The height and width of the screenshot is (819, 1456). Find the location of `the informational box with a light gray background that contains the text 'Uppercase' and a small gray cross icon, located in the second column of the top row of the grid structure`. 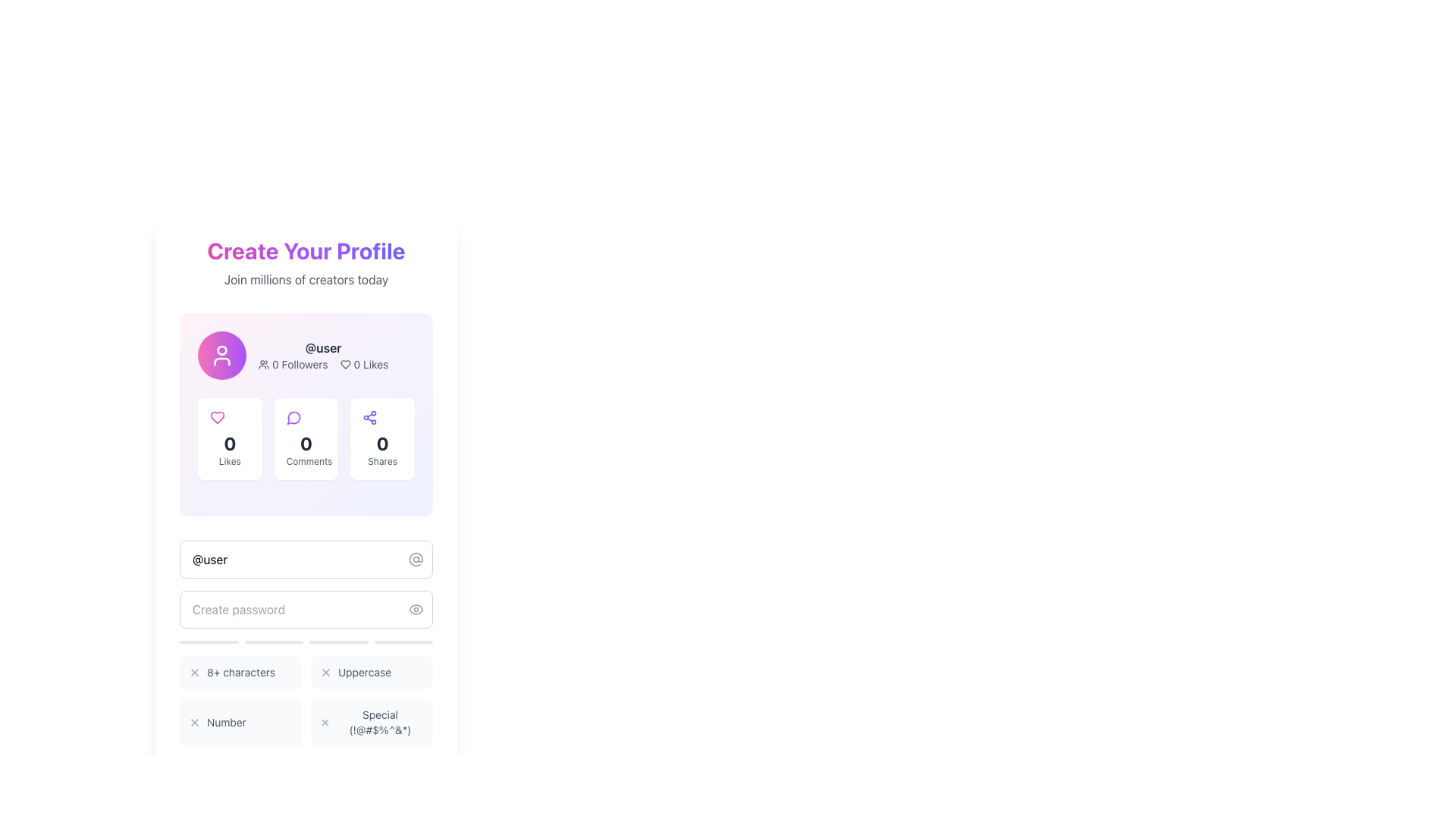

the informational box with a light gray background that contains the text 'Uppercase' and a small gray cross icon, located in the second column of the top row of the grid structure is located at coordinates (372, 672).